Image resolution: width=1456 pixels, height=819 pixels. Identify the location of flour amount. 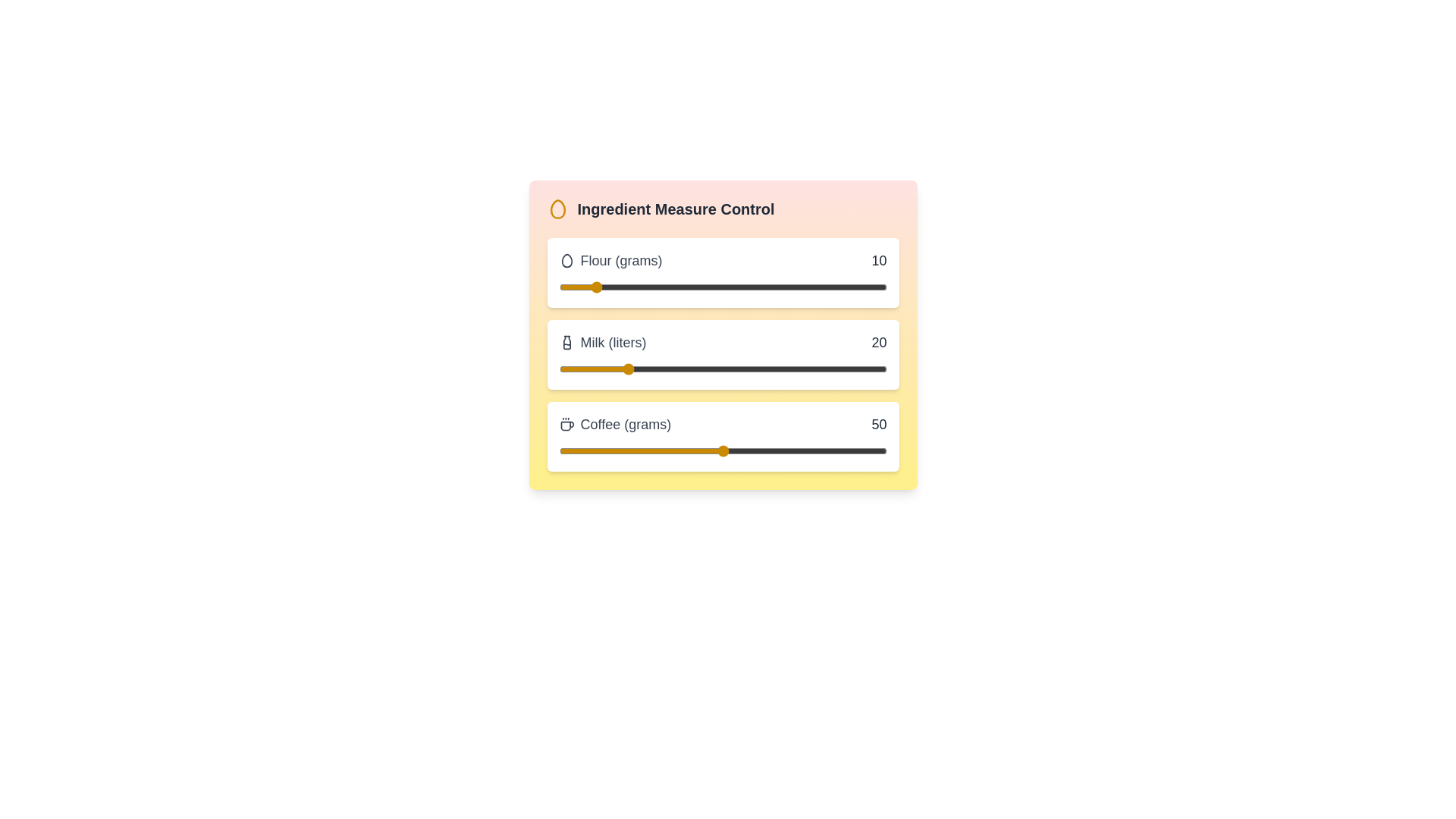
(725, 287).